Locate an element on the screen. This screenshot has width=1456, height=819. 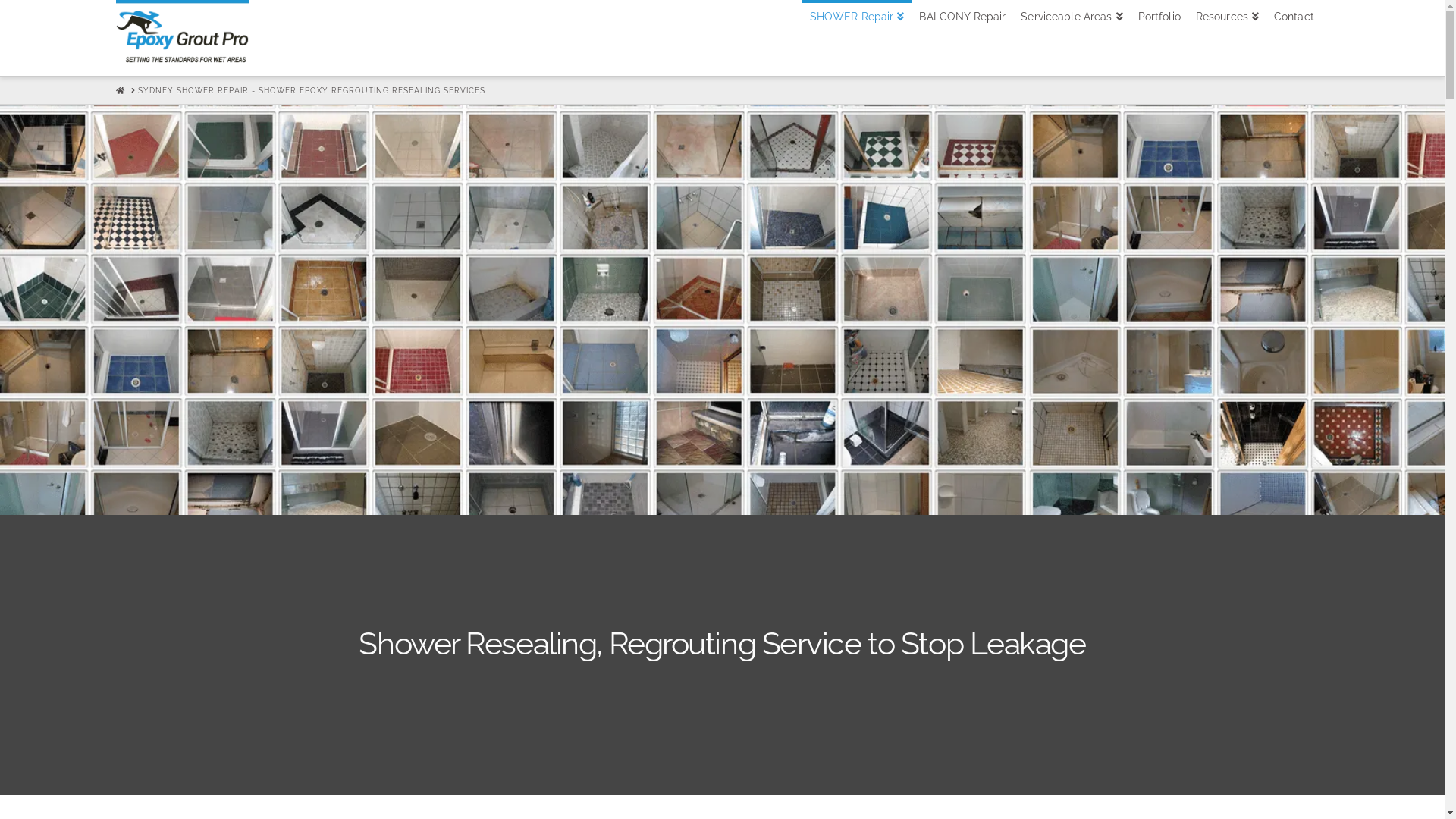
'Serviceable Areas' is located at coordinates (1070, 37).